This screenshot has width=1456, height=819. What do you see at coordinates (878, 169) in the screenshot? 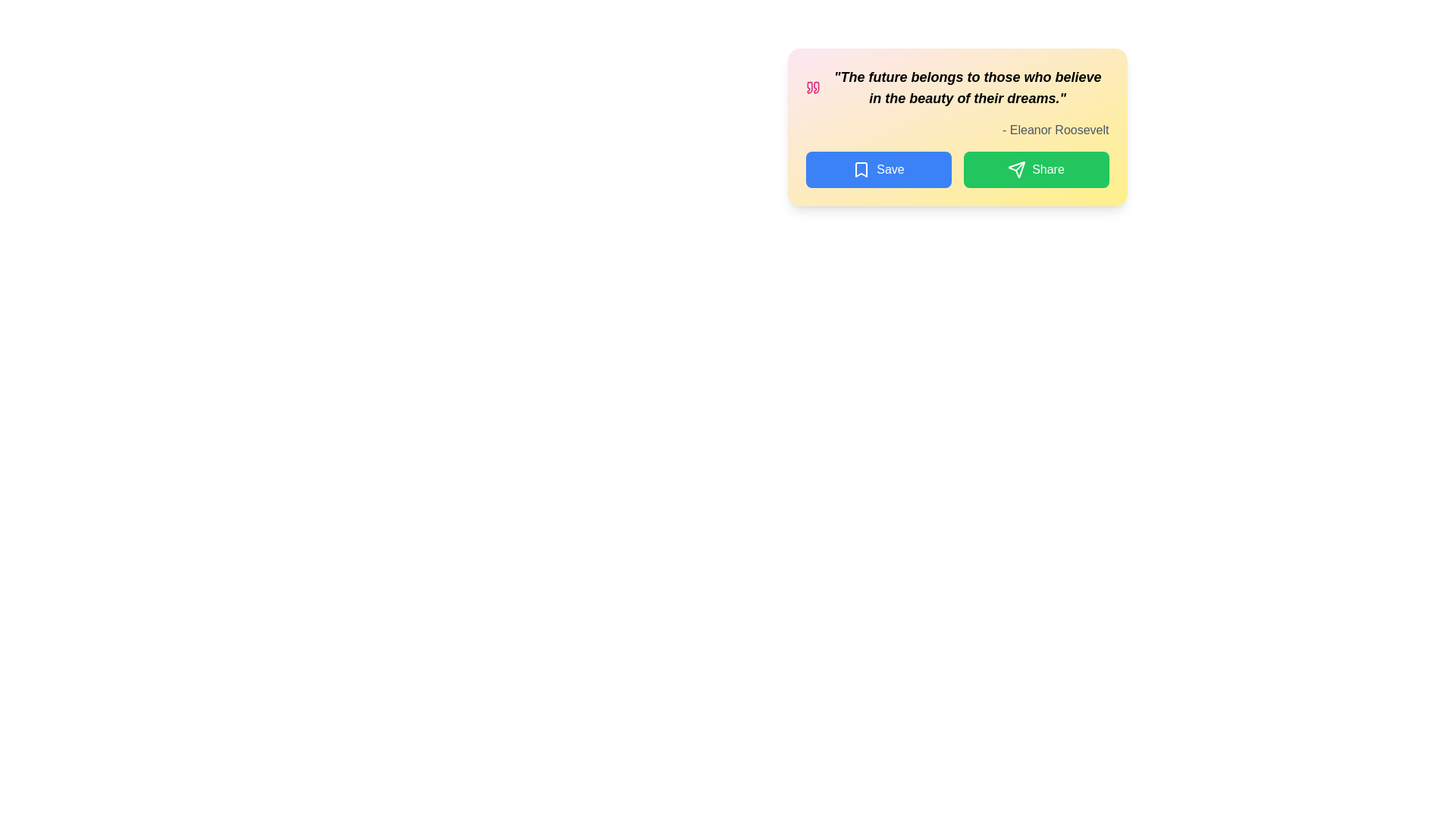
I see `the first button located within the horizontal section to the left of the green 'Share' button, which saves the associated content for later reference or use` at bounding box center [878, 169].